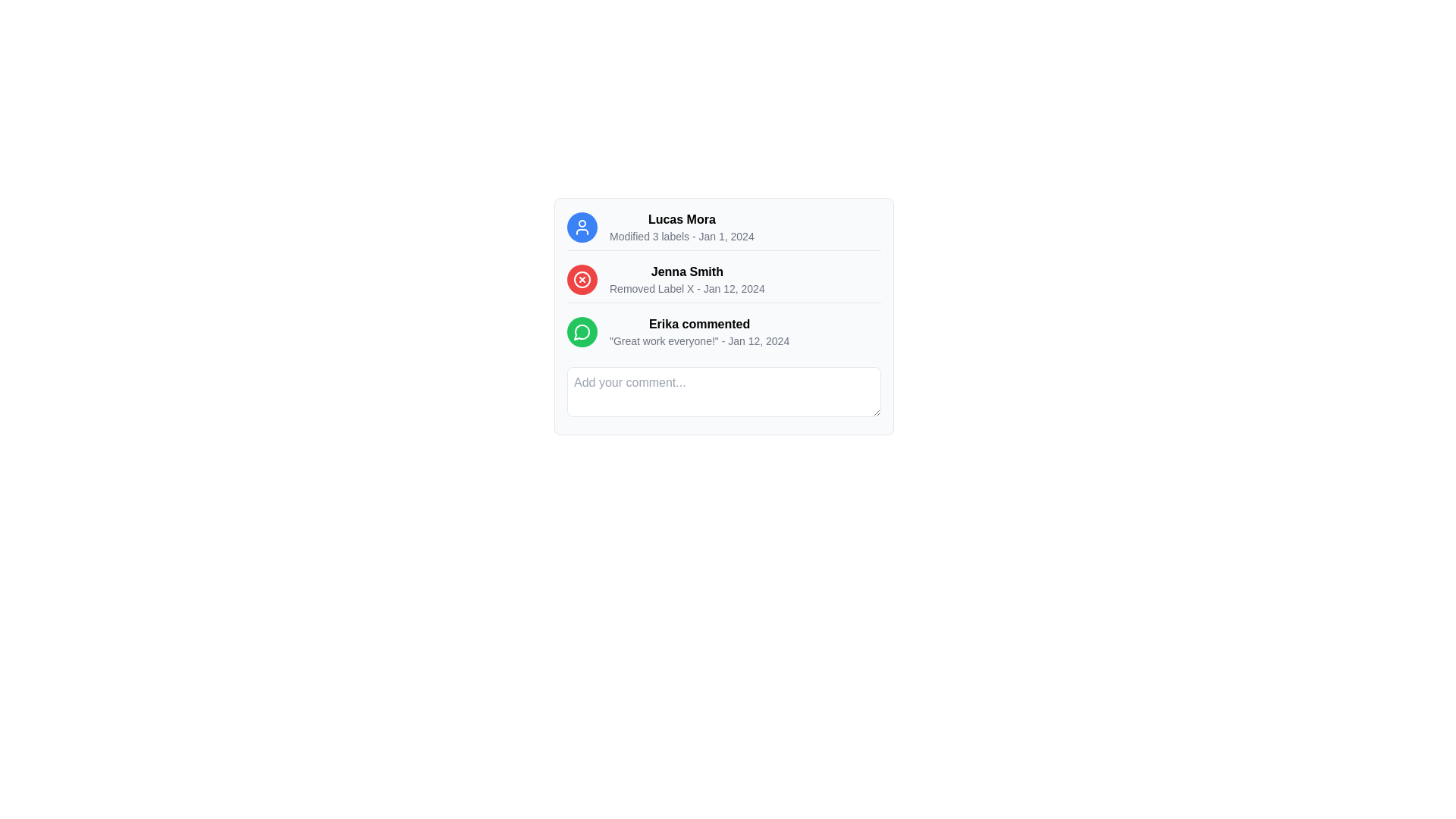  What do you see at coordinates (686, 280) in the screenshot?
I see `the user activity log entry for 'Jenna Smith', which displays the action 'Removed Label X' and a timestamp 'Jan 12, 2024'` at bounding box center [686, 280].